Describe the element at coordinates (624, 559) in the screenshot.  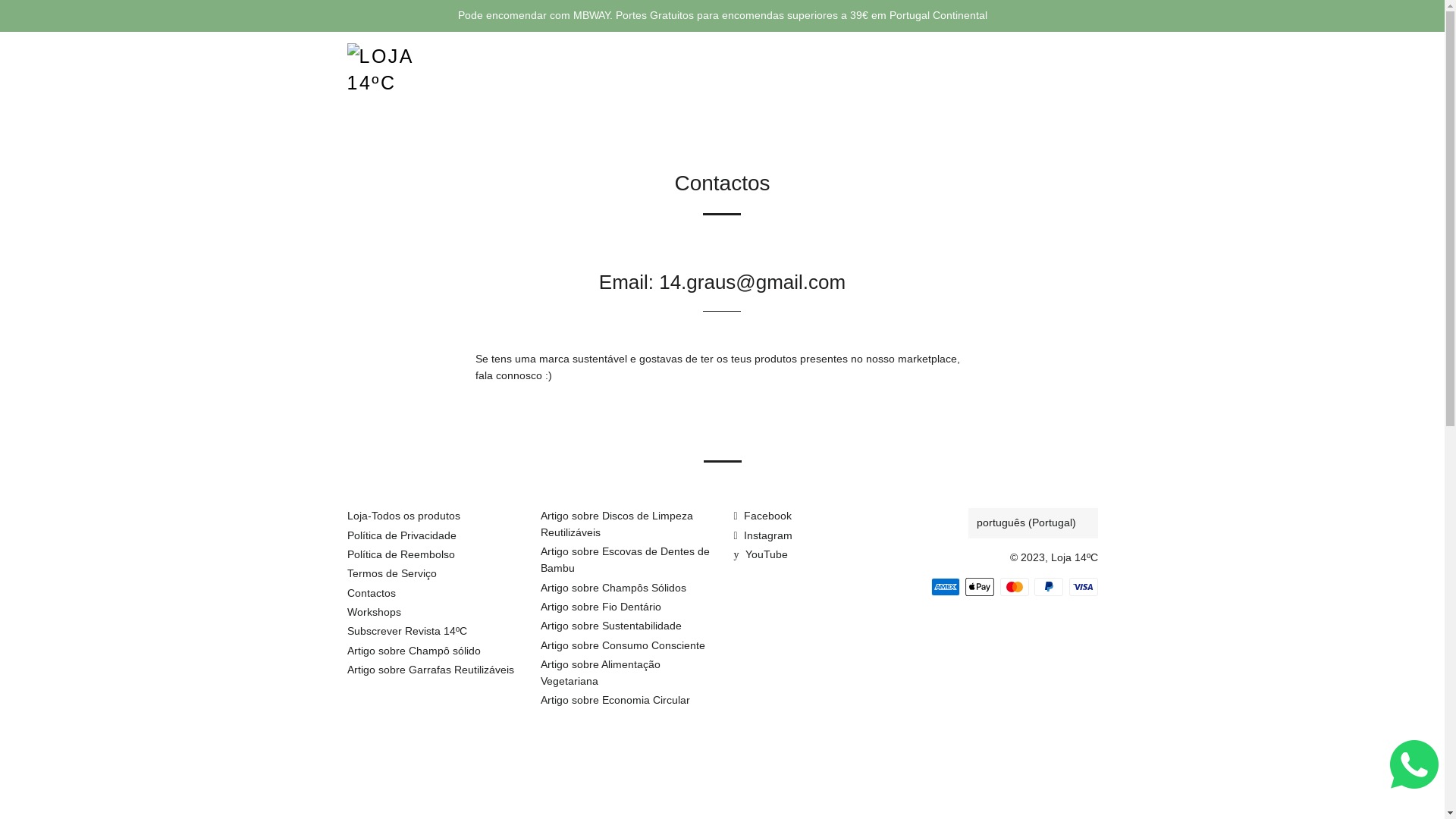
I see `'Artigo sobre Escovas de Dentes de Bambu'` at that location.